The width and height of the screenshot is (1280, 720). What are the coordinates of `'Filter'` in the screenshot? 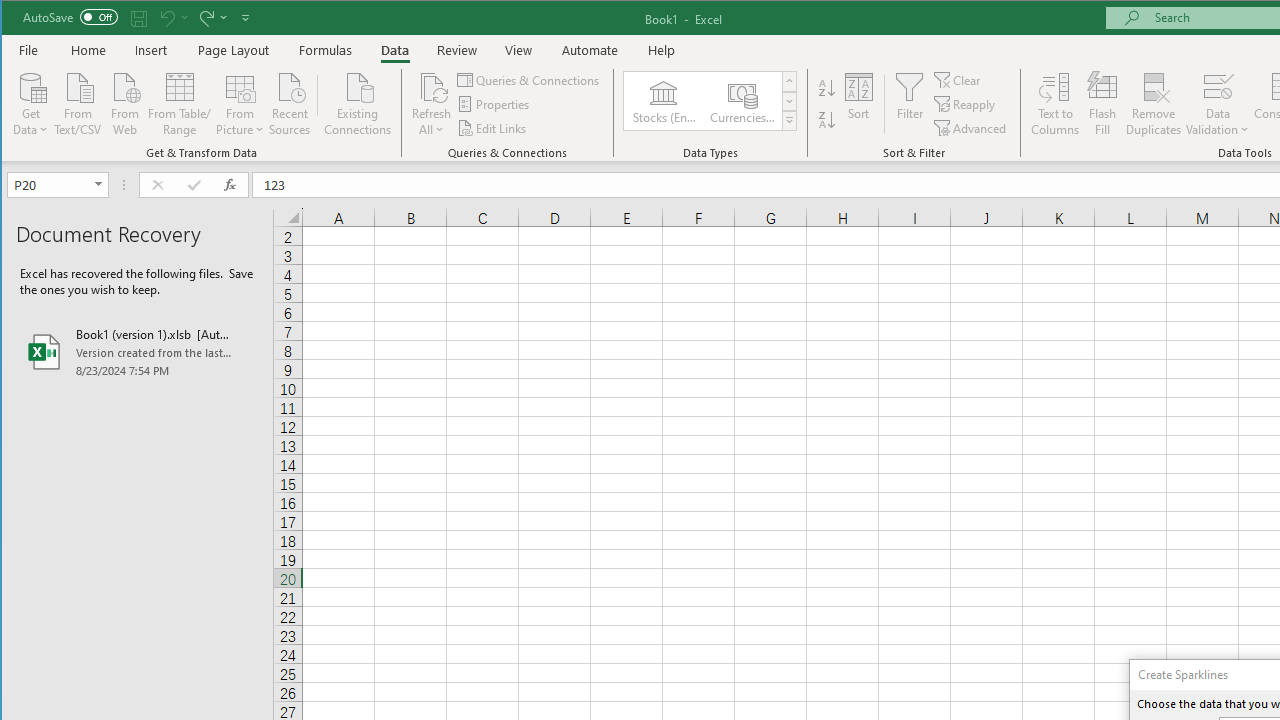 It's located at (909, 104).